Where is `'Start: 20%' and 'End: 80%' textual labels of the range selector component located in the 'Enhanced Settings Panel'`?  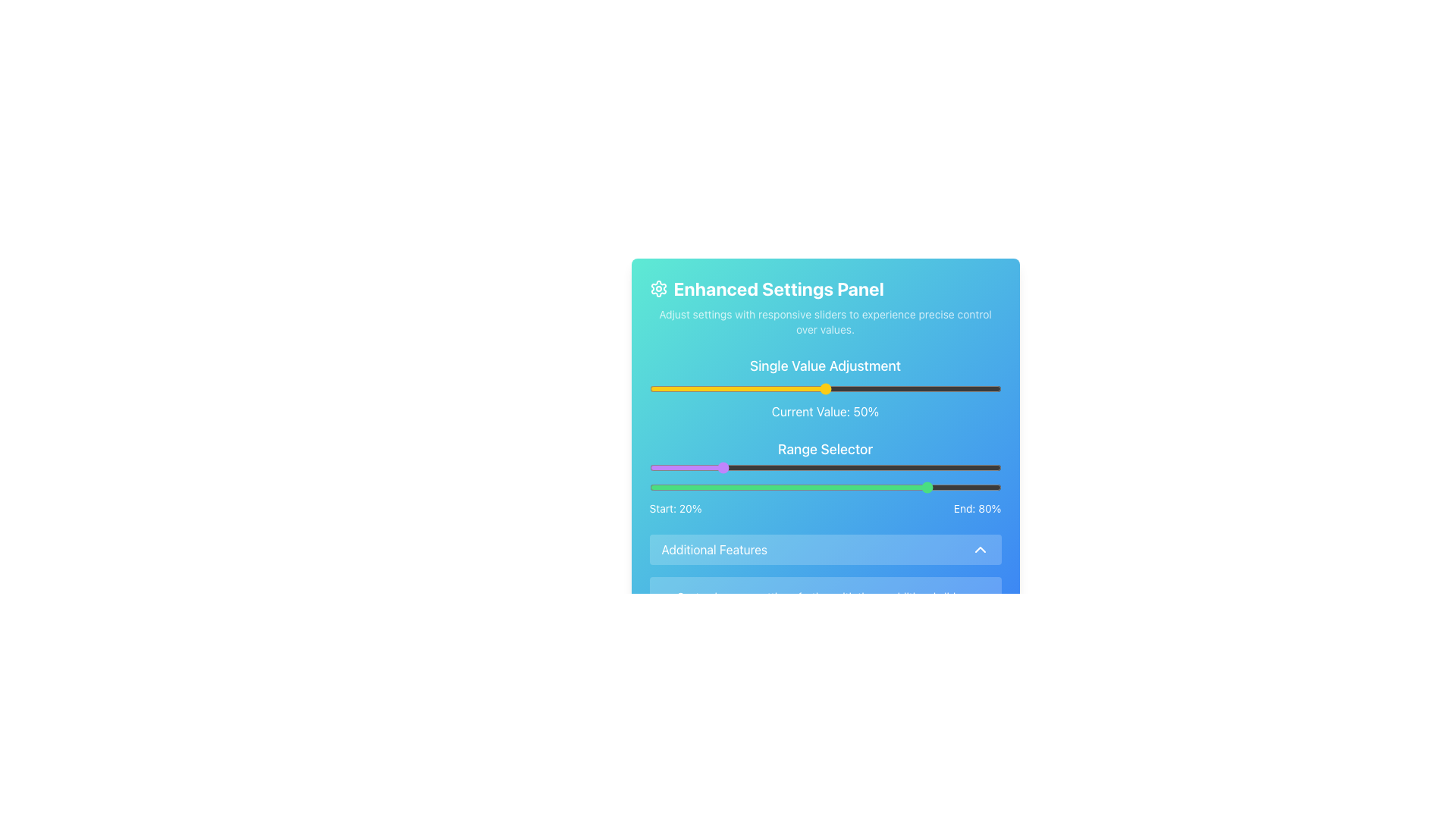 'Start: 20%' and 'End: 80%' textual labels of the range selector component located in the 'Enhanced Settings Panel' is located at coordinates (824, 476).